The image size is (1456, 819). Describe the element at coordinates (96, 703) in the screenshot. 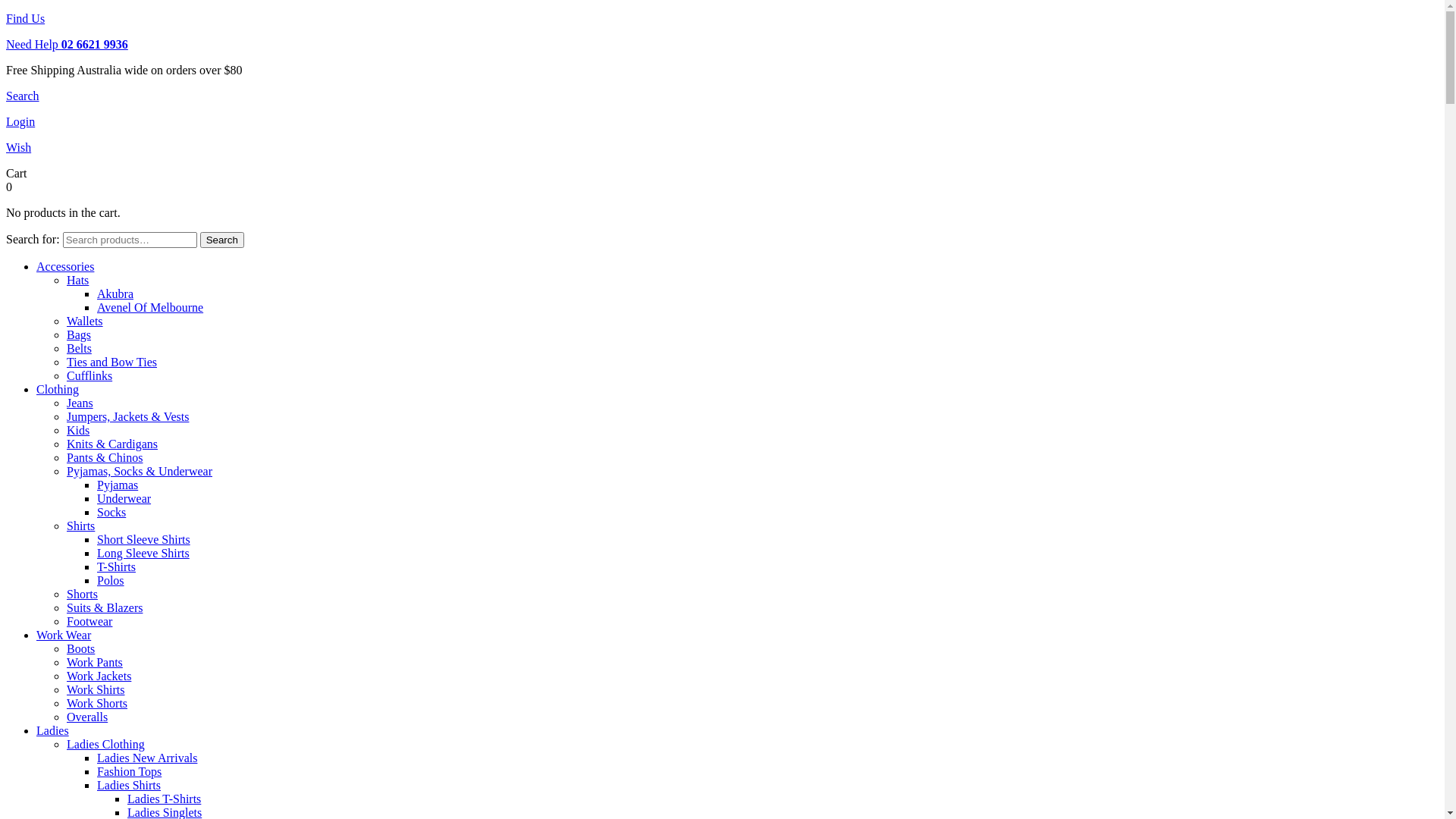

I see `'Work Shorts'` at that location.